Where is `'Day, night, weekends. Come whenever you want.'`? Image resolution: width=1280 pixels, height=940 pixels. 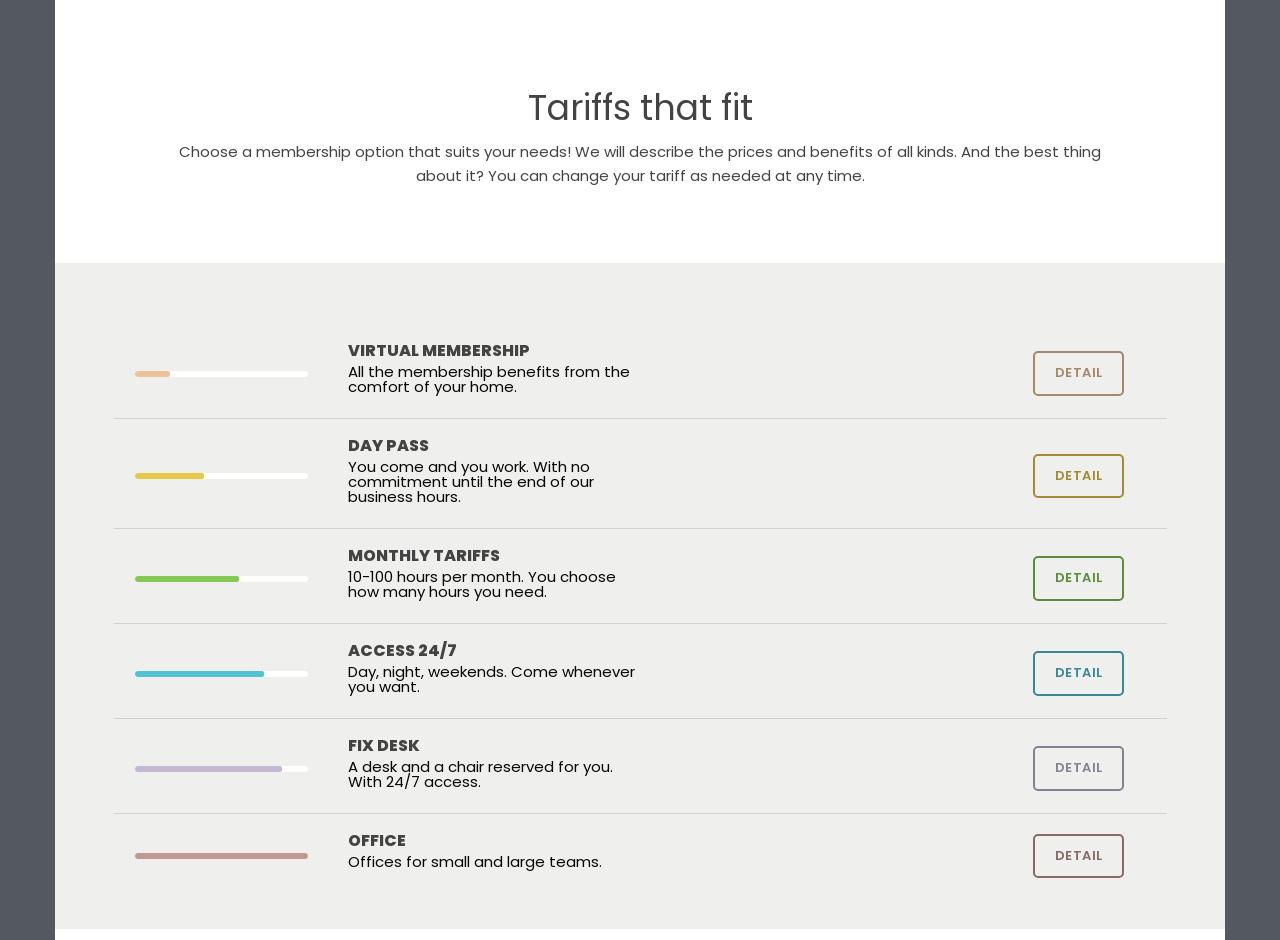
'Day, night, weekends. Come whenever you want.' is located at coordinates (347, 677).